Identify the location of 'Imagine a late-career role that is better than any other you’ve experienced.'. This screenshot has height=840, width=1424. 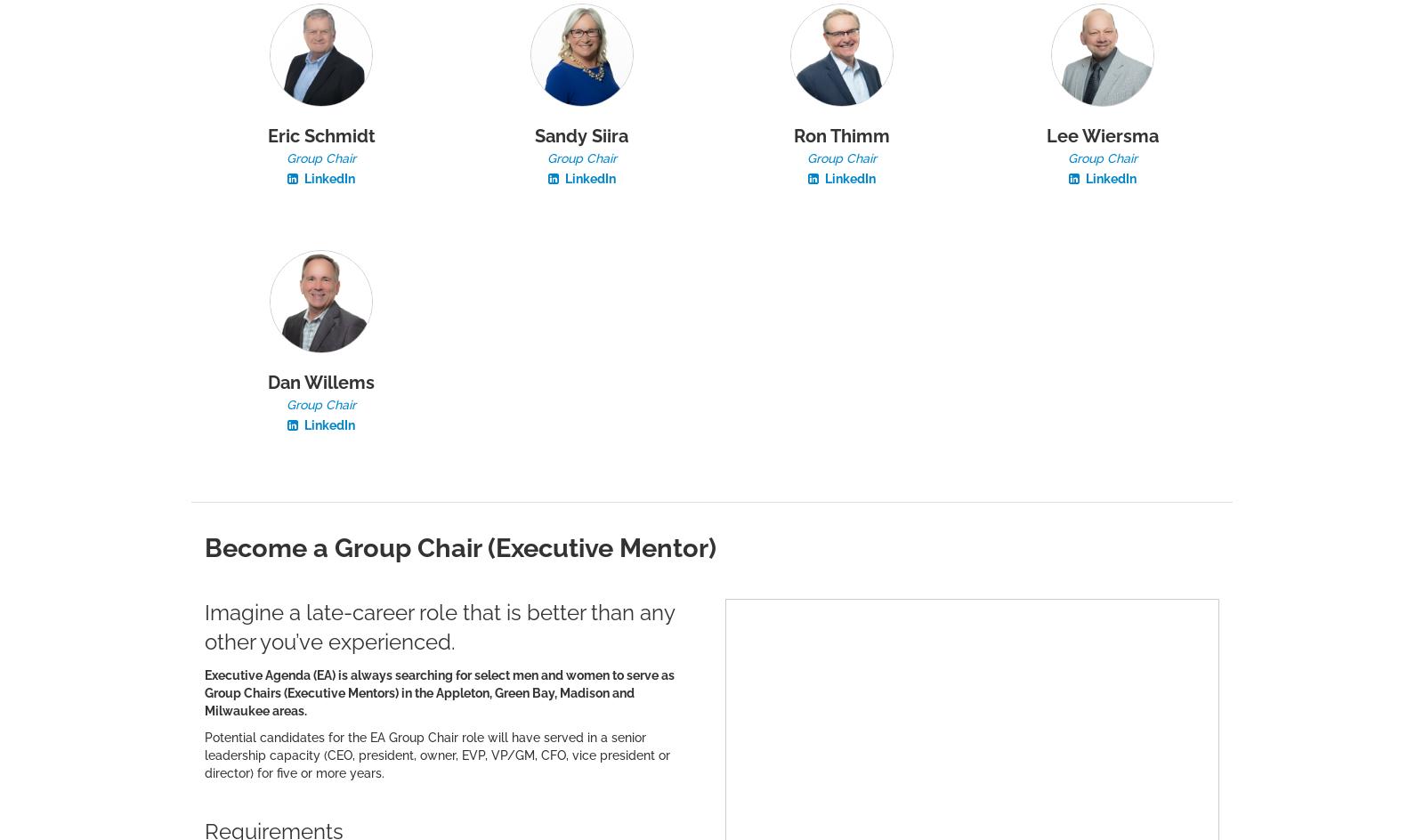
(204, 626).